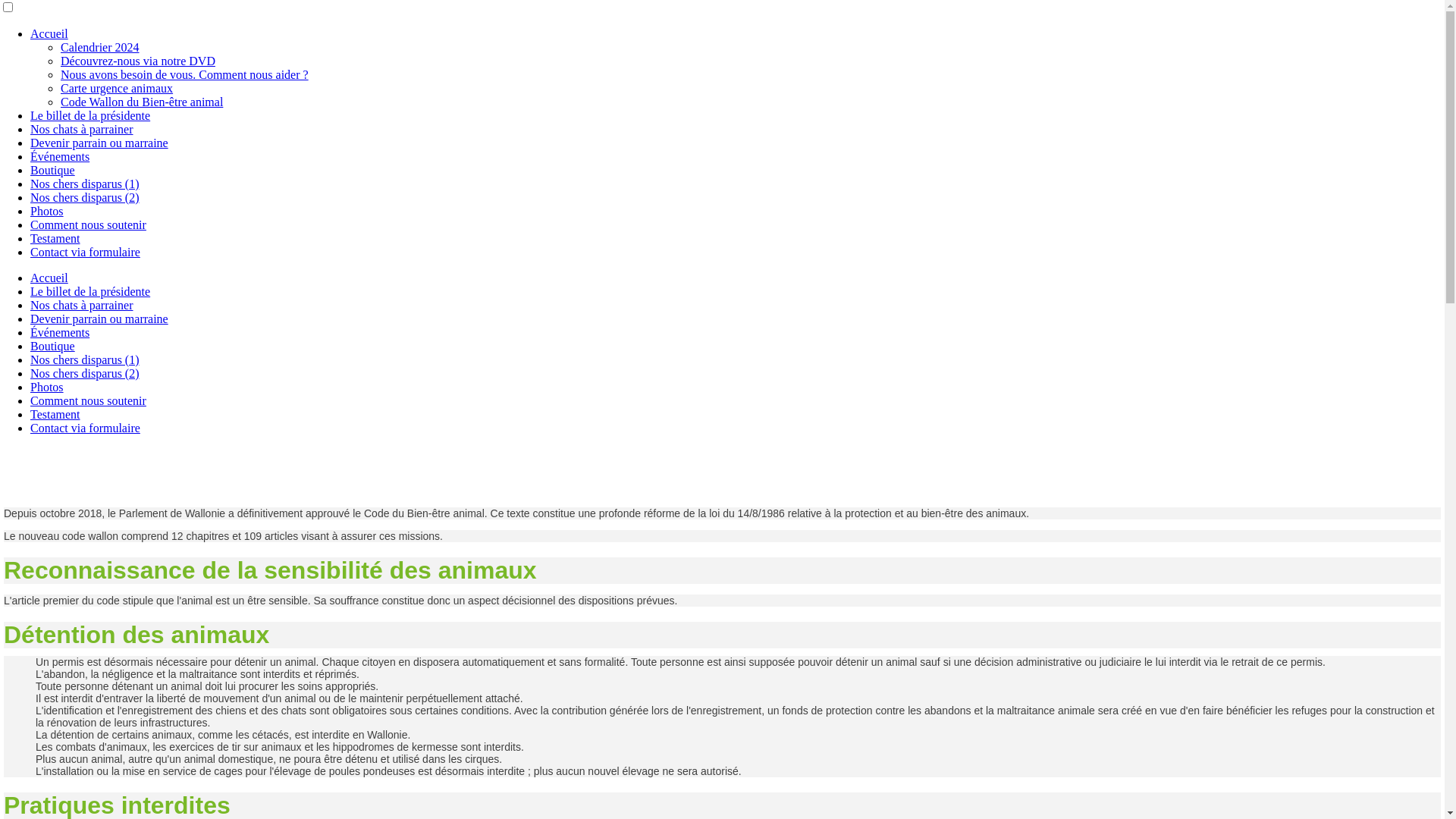 This screenshot has width=1456, height=819. I want to click on 'Boutique', so click(52, 170).